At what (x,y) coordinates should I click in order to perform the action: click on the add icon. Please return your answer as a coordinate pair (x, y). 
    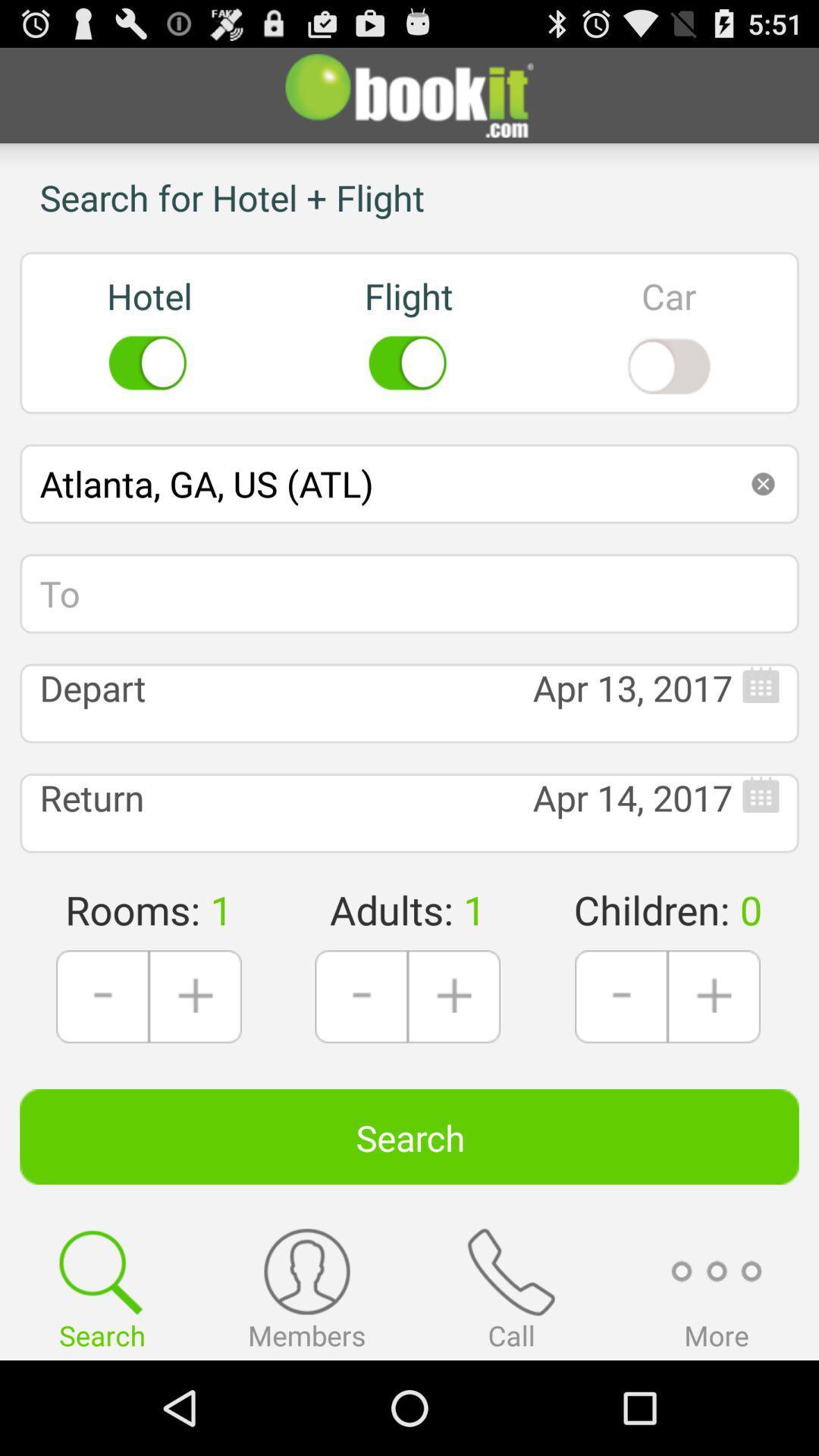
    Looking at the image, I should click on (453, 1065).